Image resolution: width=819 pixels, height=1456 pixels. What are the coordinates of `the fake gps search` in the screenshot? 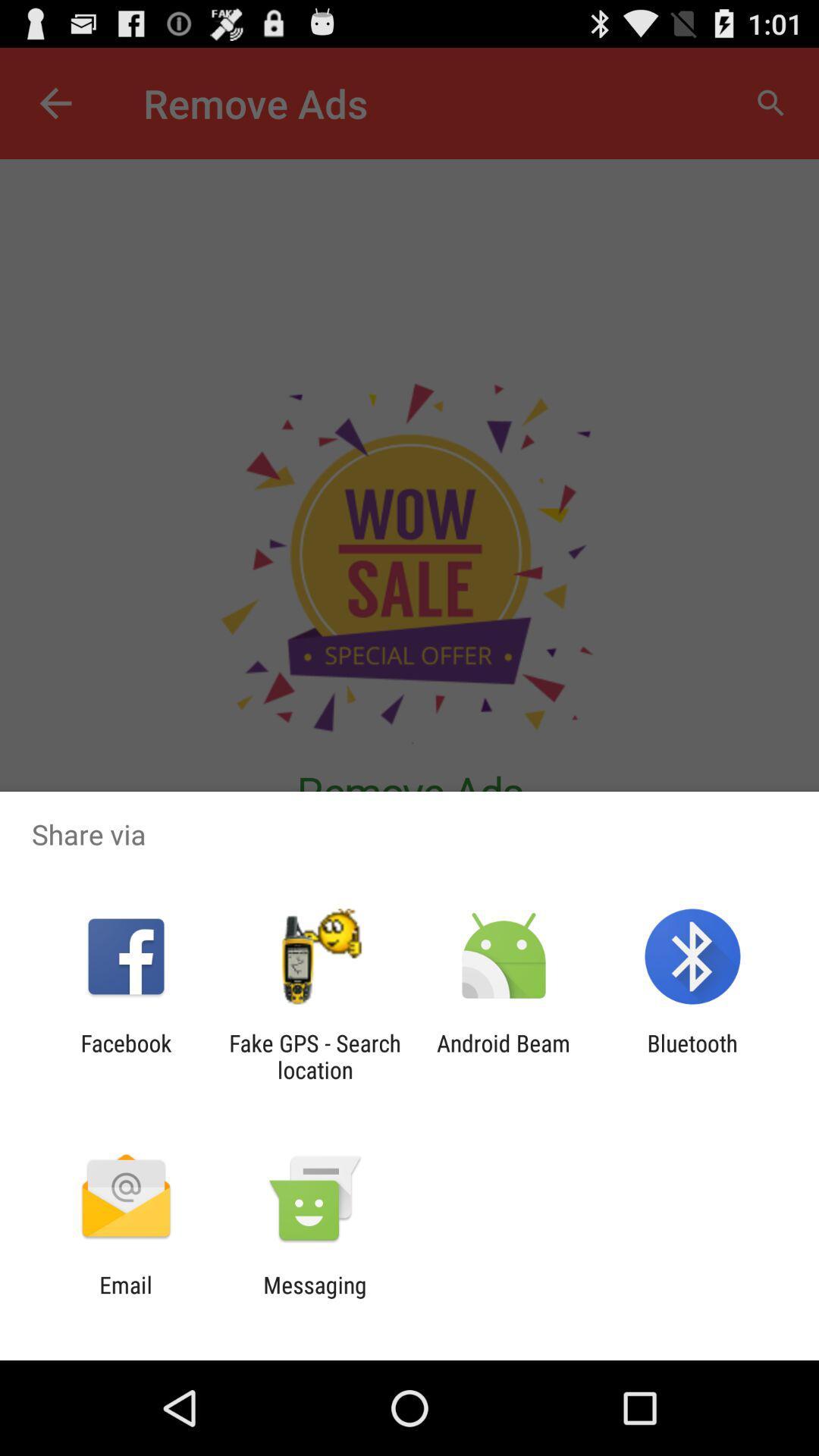 It's located at (314, 1056).